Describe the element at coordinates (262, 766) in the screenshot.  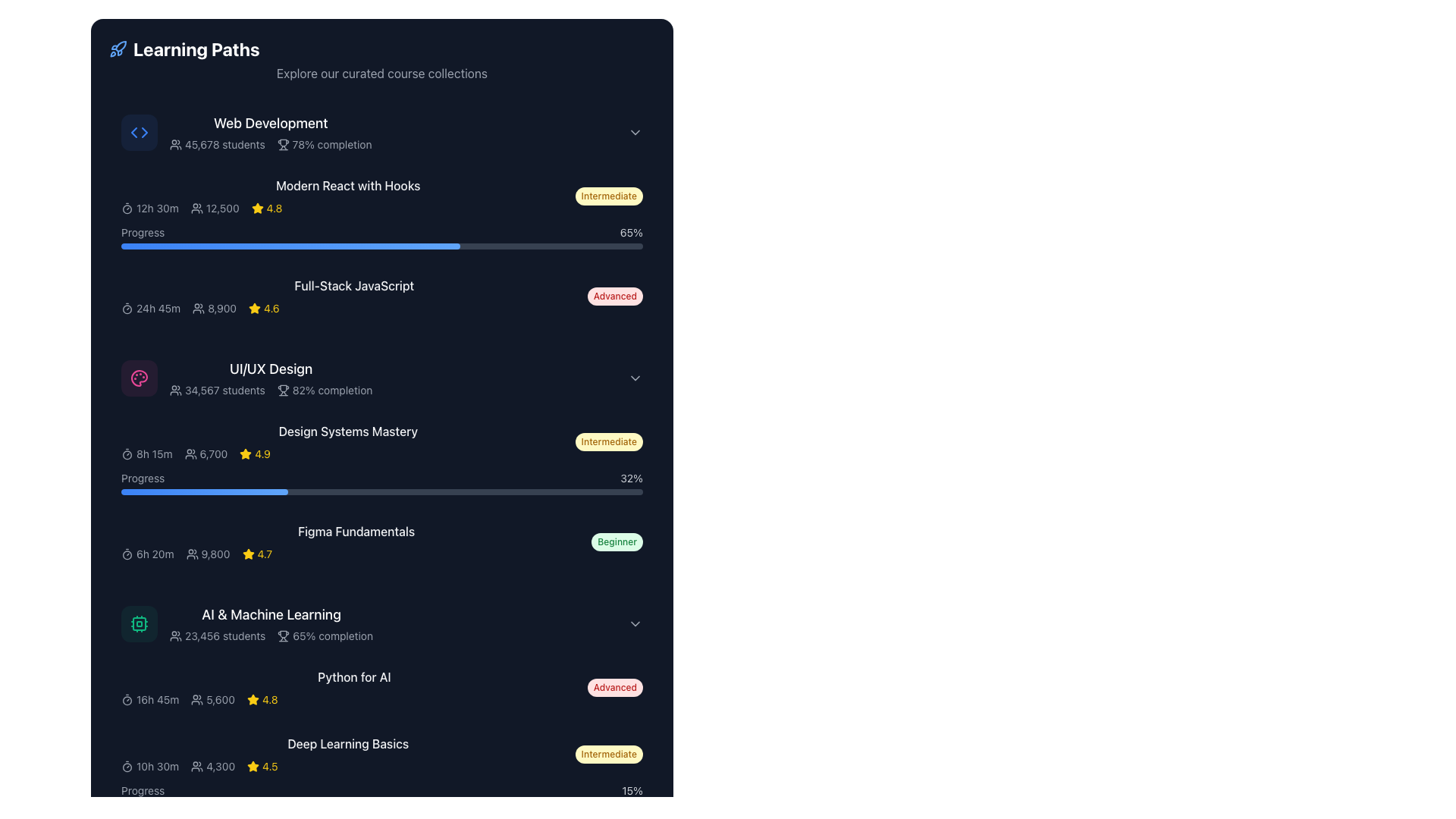
I see `the Rating Display for the course 'Deep Learning Basics', which shows a yellow star icon followed by the numeric value '4.5'` at that location.